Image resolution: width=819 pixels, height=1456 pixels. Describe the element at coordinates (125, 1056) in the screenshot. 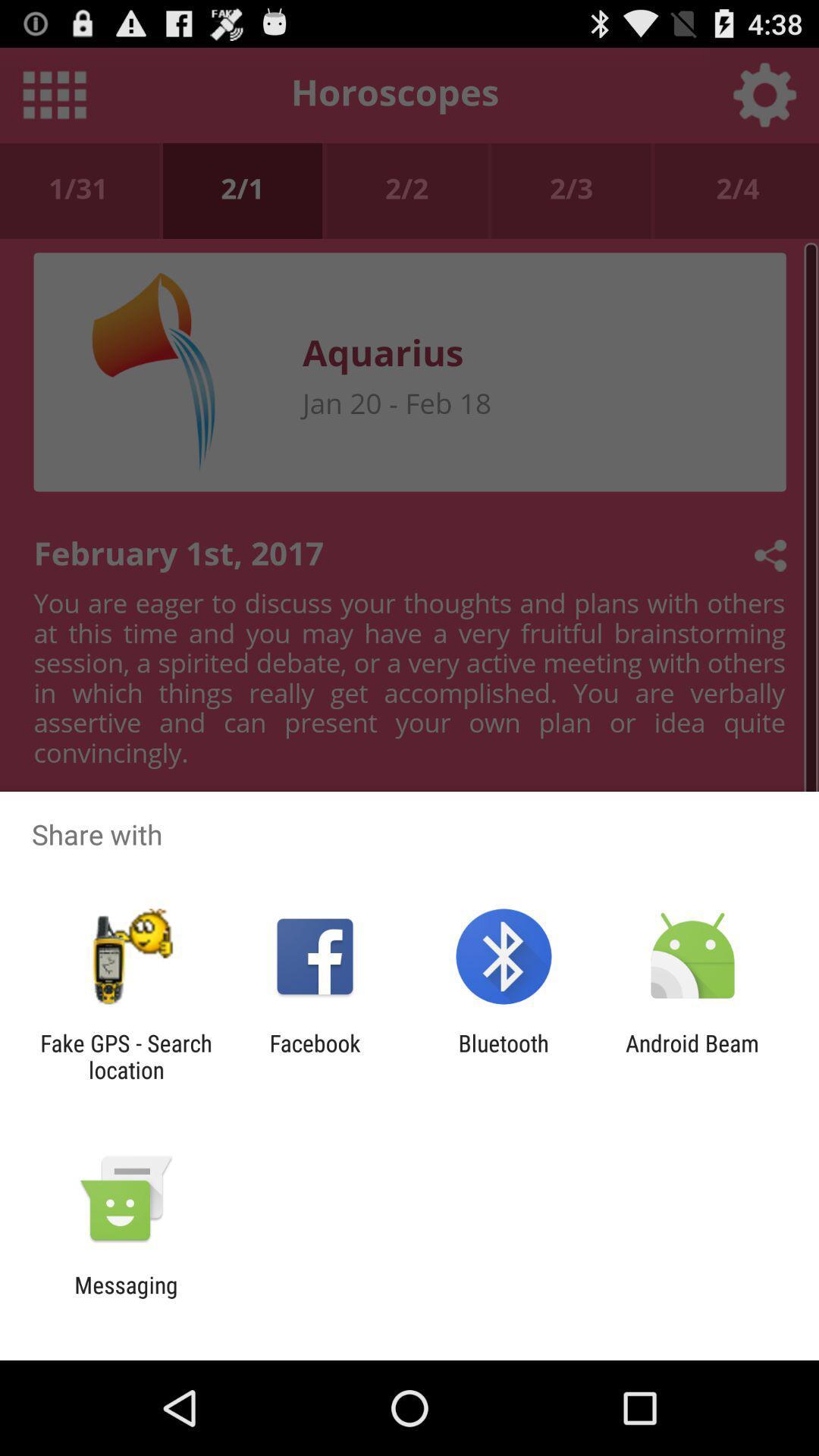

I see `the item next to facebook` at that location.